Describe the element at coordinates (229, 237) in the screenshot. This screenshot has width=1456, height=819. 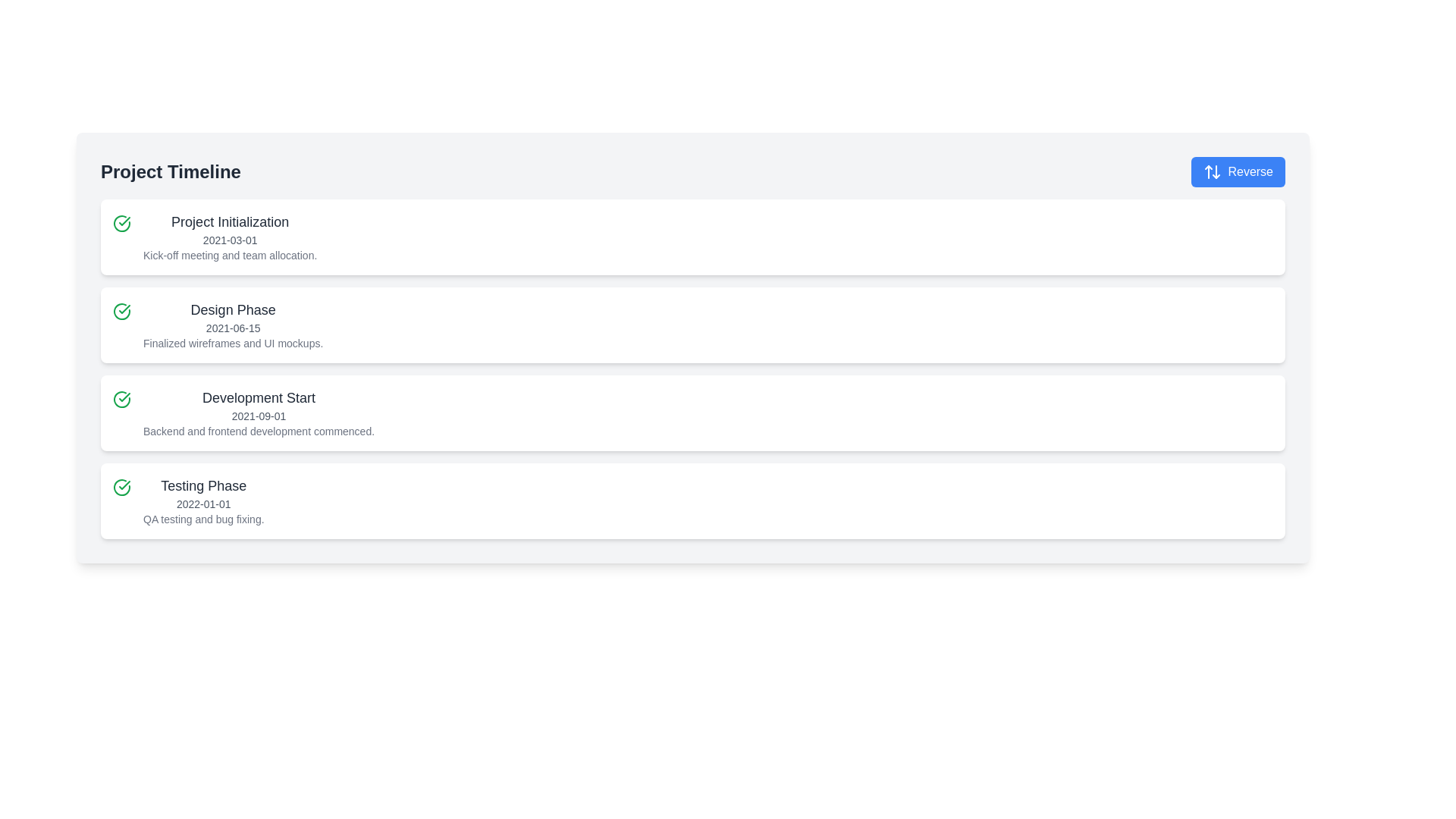
I see `text information from the Text display block titled 'Project Initialization', which includes the date '2021-03-01' and the description 'Kick-off meeting and team allocation.'` at that location.